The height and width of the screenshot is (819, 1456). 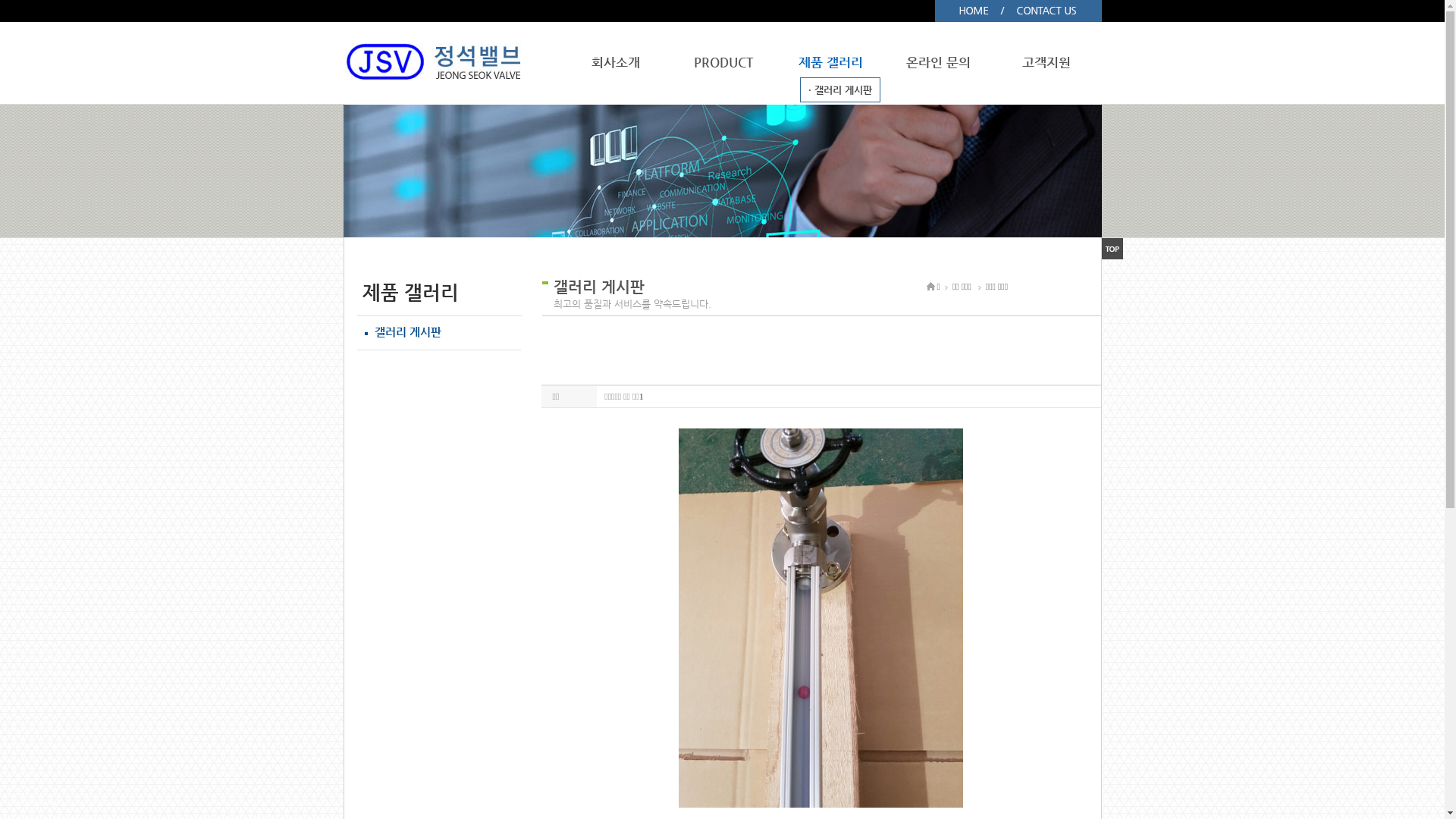 I want to click on 'PRODUCT', so click(x=722, y=61).